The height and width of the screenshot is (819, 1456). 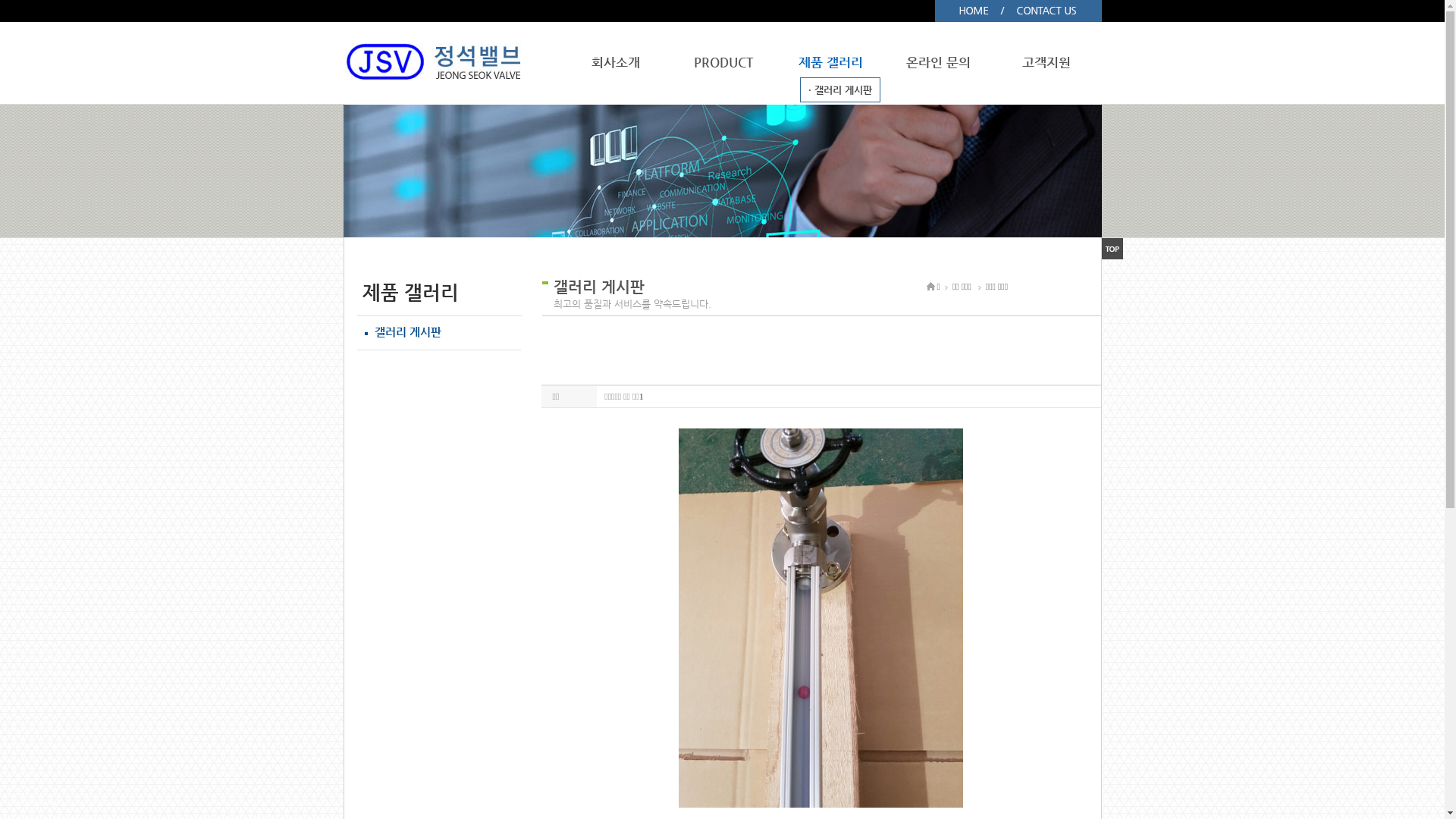 I want to click on 'PRODUCT', so click(x=722, y=61).